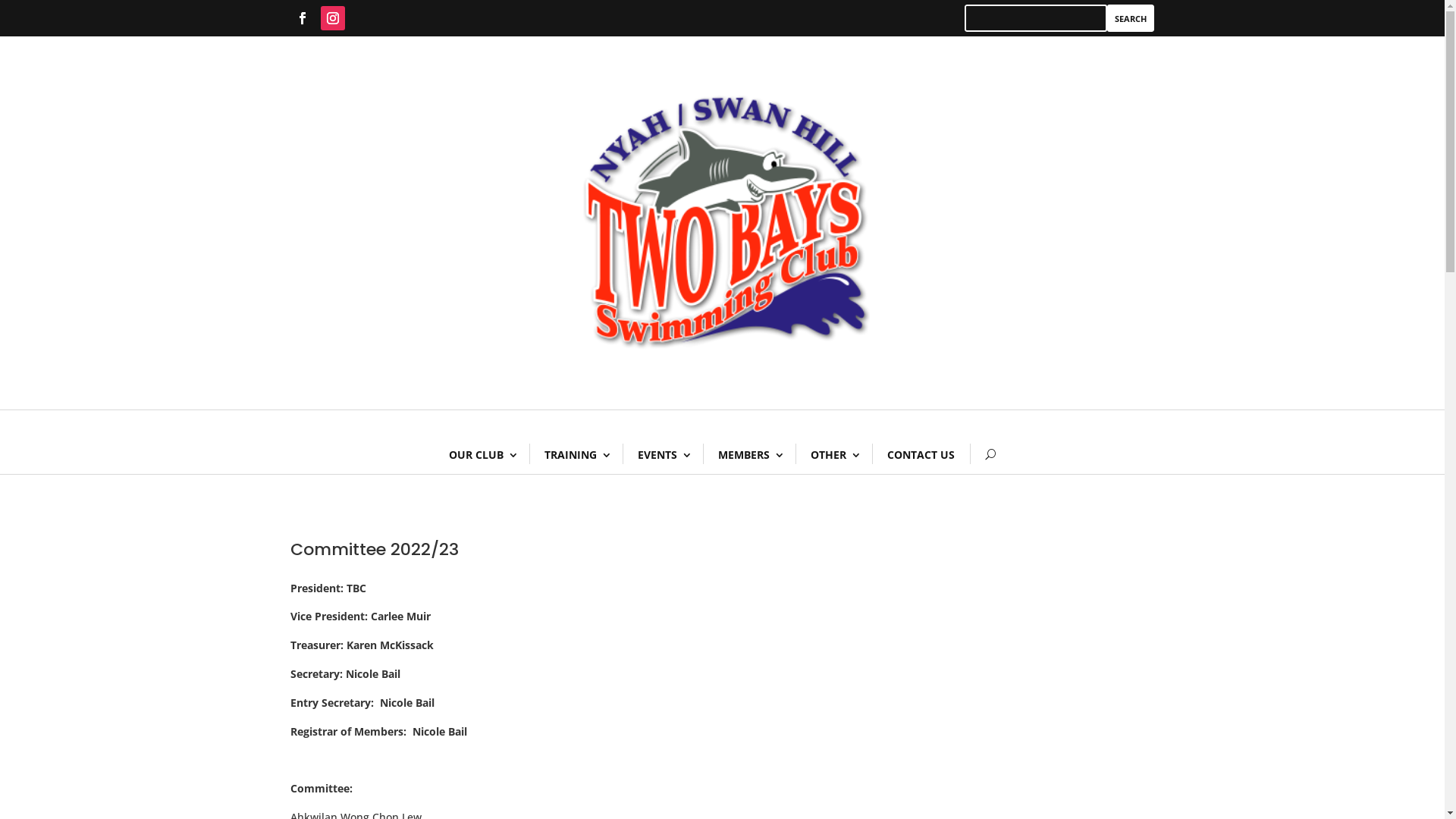 This screenshot has width=1456, height=819. Describe the element at coordinates (662, 453) in the screenshot. I see `'EVENTS'` at that location.